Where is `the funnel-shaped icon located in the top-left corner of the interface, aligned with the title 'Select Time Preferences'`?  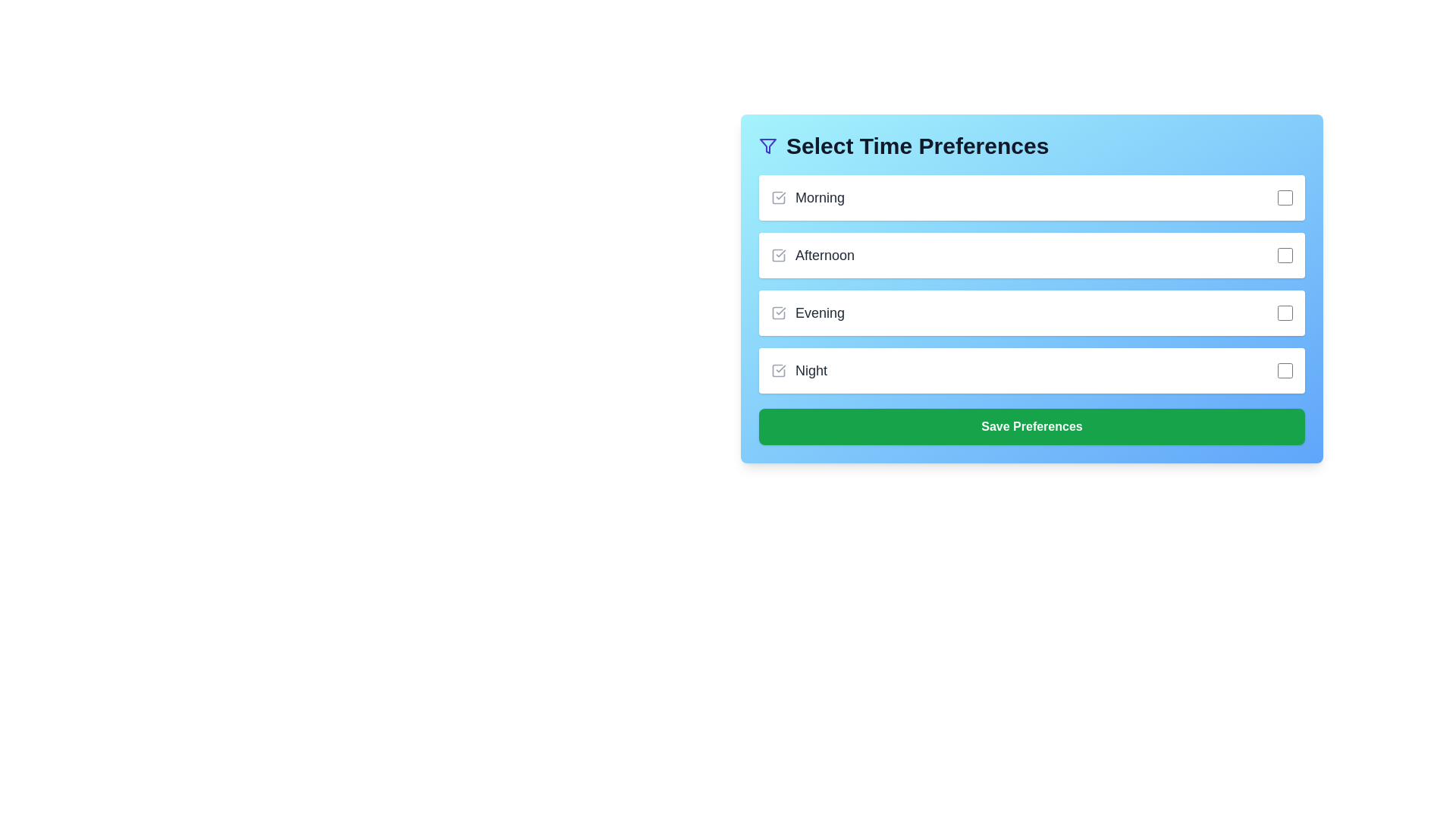
the funnel-shaped icon located in the top-left corner of the interface, aligned with the title 'Select Time Preferences' is located at coordinates (767, 146).